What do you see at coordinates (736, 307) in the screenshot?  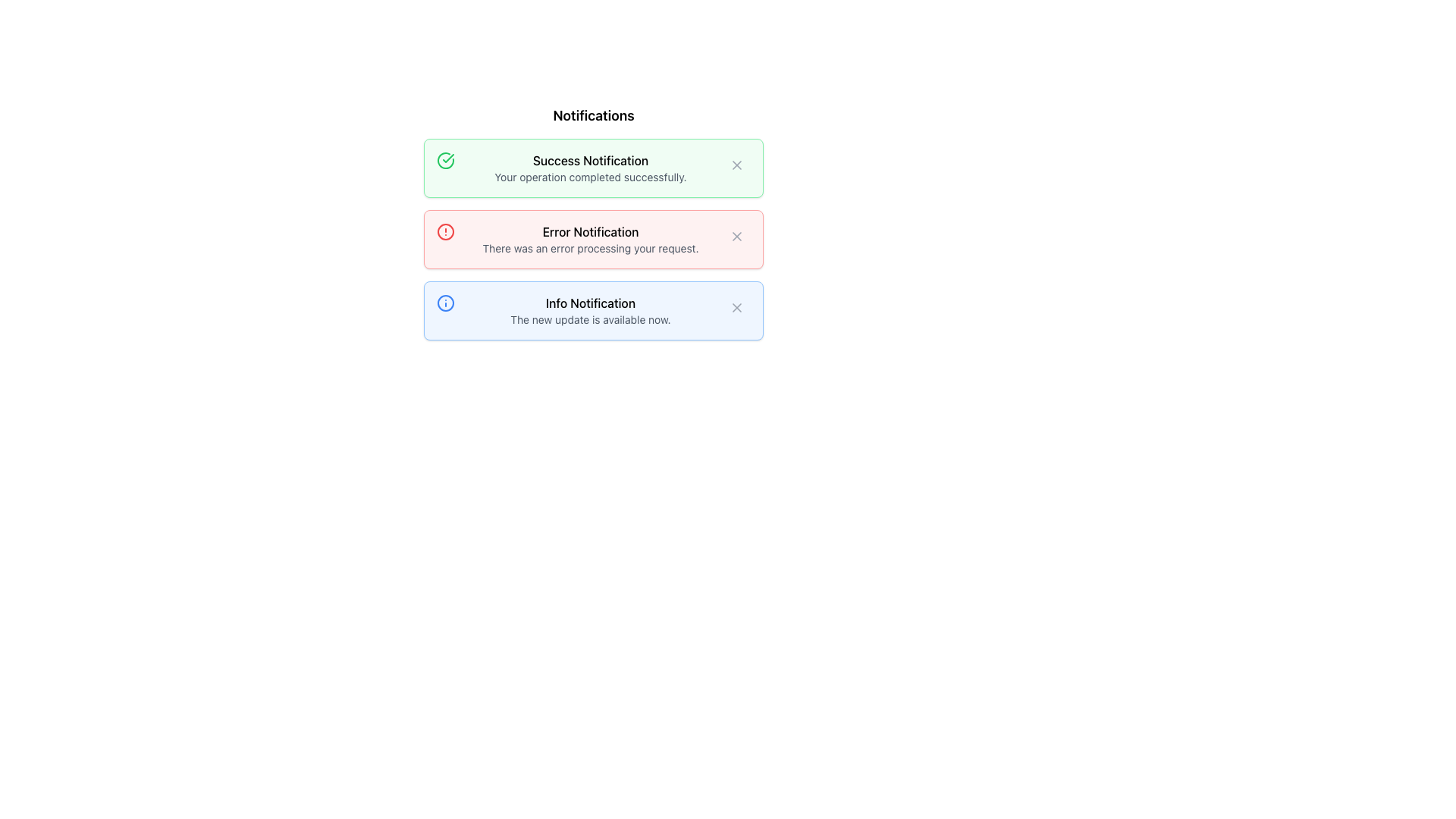 I see `the close button with an 'X' icon on the right side of the 'Info Notification' panel to change its background color to gray` at bounding box center [736, 307].